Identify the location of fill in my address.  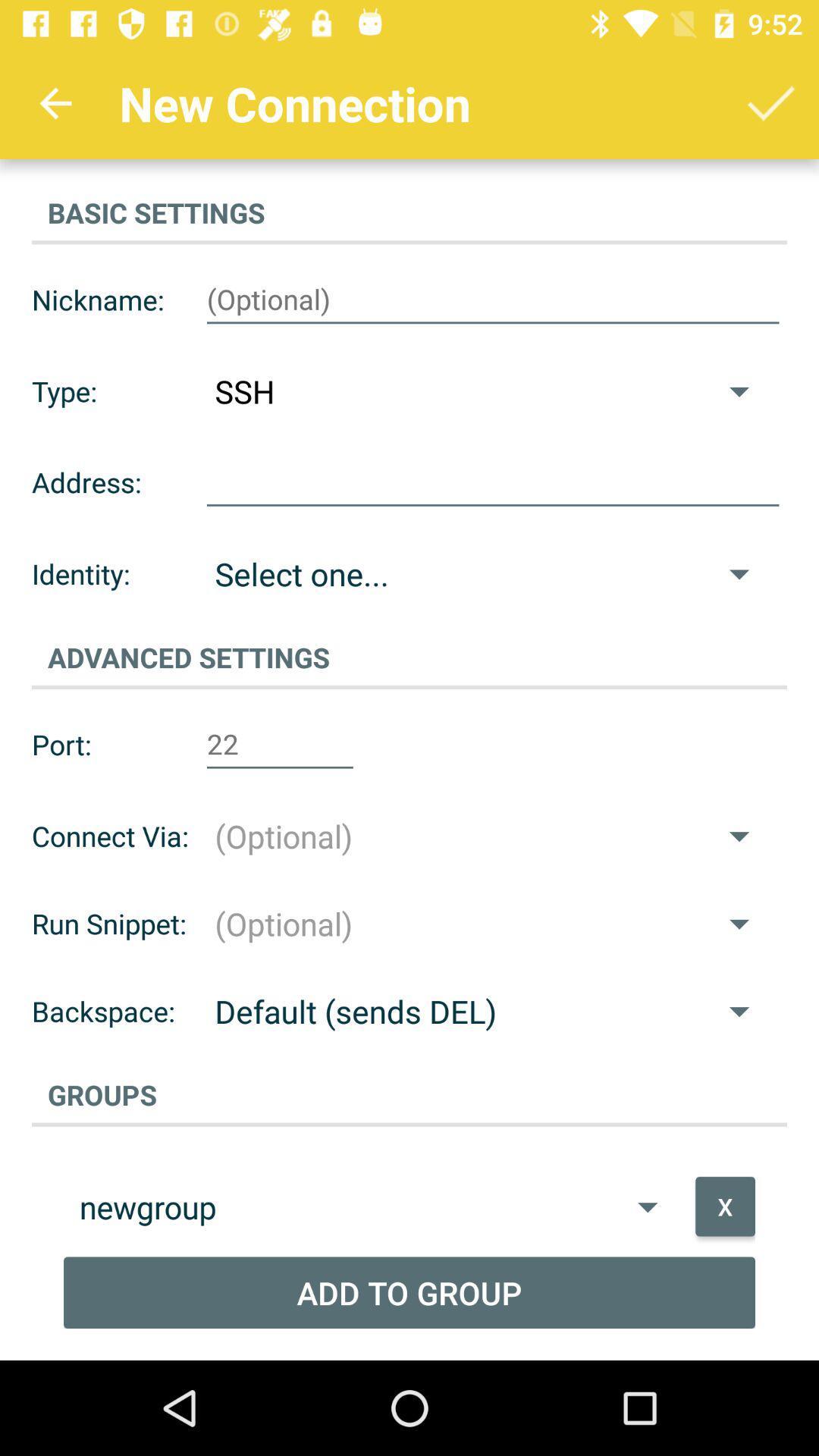
(493, 482).